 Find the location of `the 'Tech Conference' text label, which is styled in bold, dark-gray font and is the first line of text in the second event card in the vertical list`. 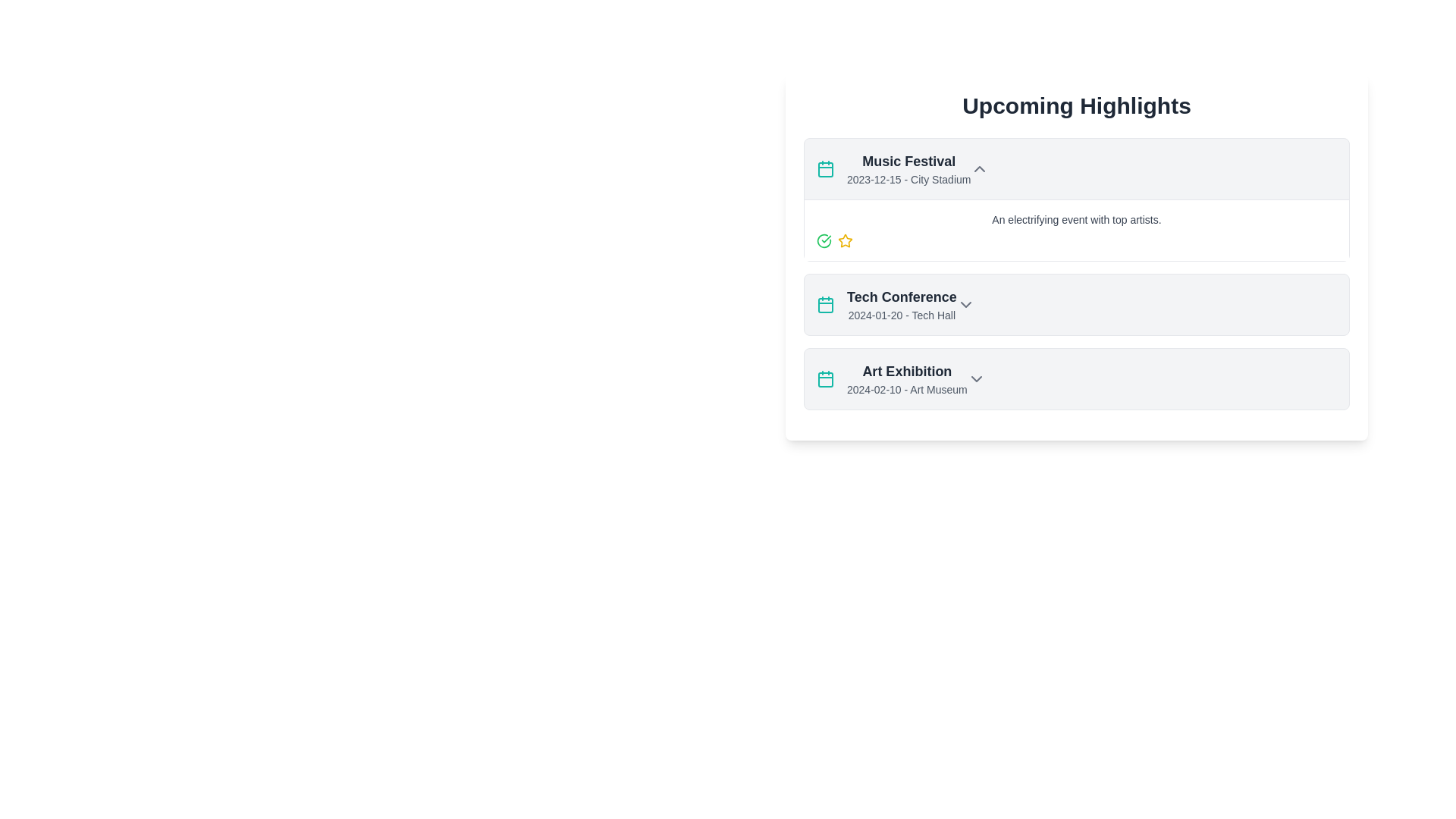

the 'Tech Conference' text label, which is styled in bold, dark-gray font and is the first line of text in the second event card in the vertical list is located at coordinates (902, 297).